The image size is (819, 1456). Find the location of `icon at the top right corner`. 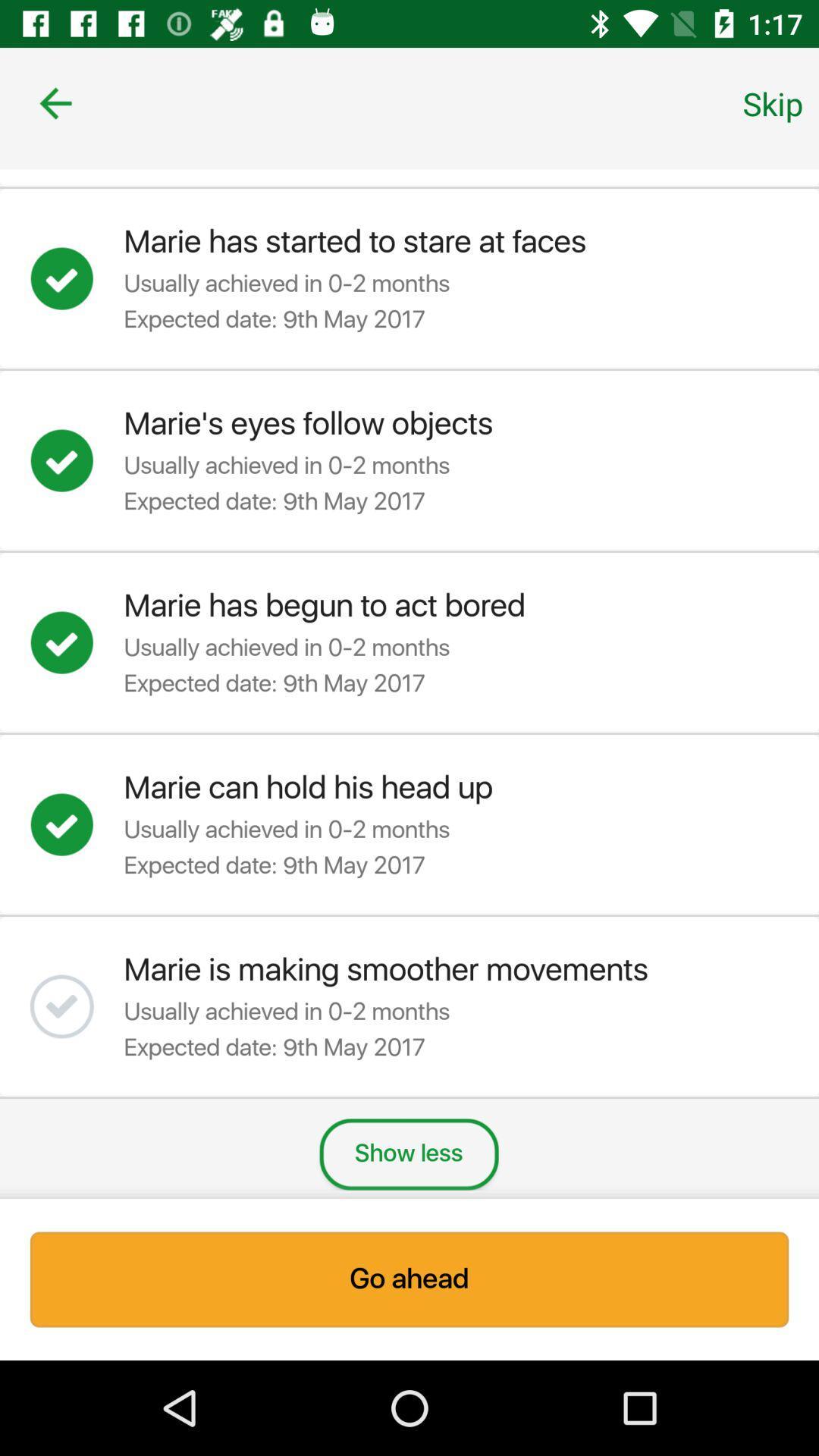

icon at the top right corner is located at coordinates (773, 102).